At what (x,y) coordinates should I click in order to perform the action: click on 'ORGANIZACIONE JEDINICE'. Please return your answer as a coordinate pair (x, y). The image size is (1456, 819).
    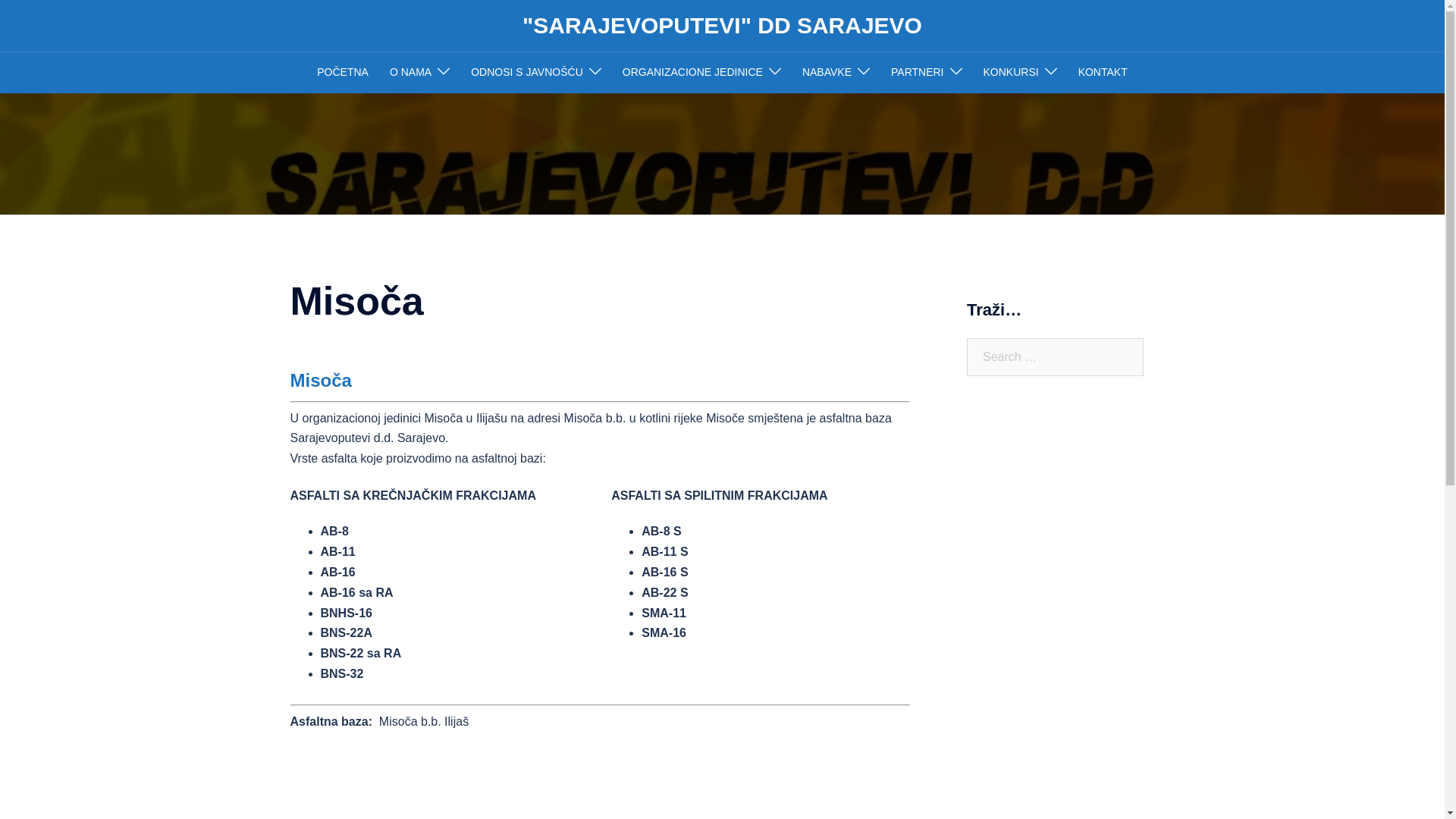
    Looking at the image, I should click on (692, 73).